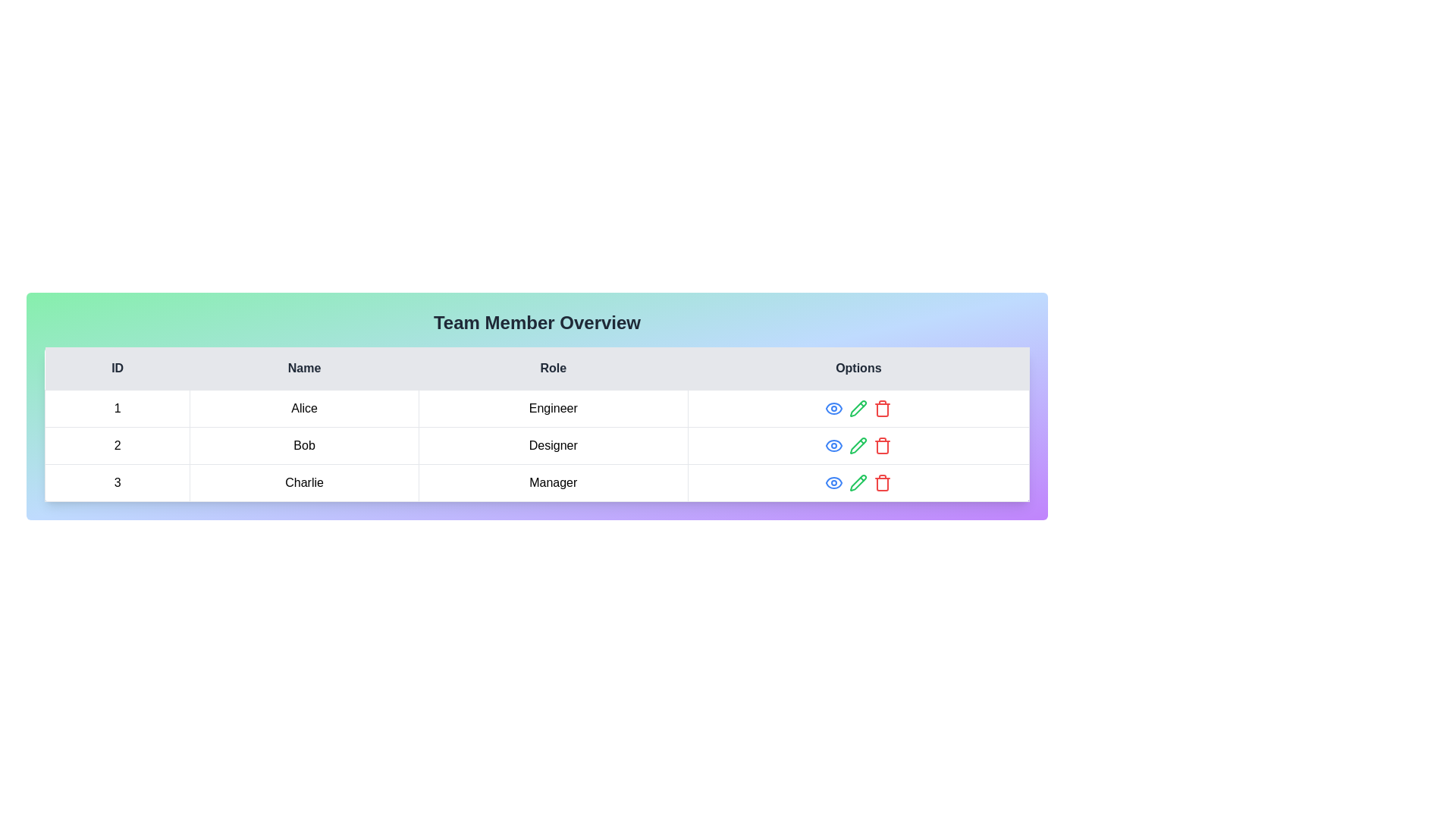  I want to click on the row corresponding to 3, so click(537, 482).